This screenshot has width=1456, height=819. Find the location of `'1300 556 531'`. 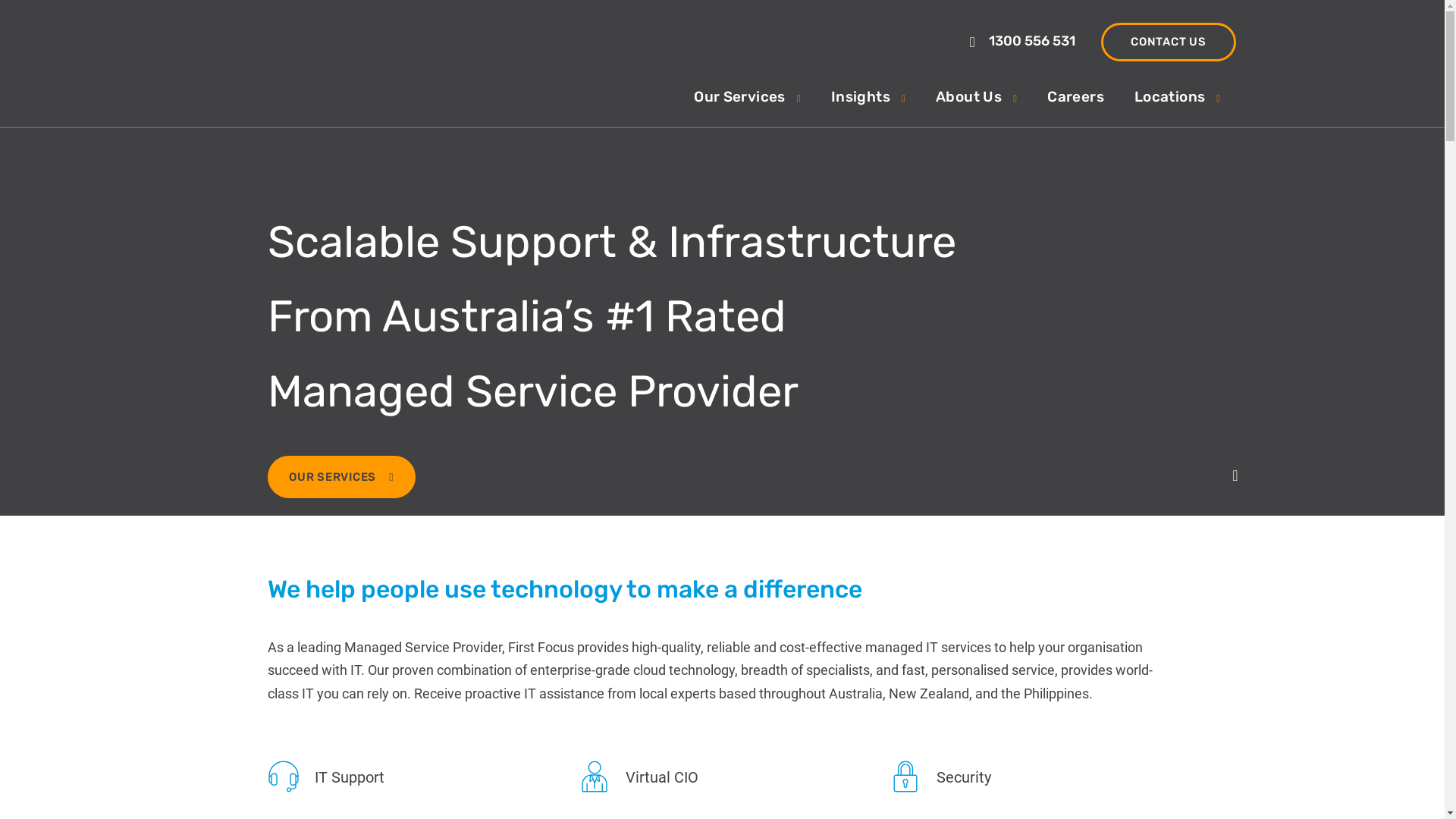

'1300 556 531' is located at coordinates (1024, 40).